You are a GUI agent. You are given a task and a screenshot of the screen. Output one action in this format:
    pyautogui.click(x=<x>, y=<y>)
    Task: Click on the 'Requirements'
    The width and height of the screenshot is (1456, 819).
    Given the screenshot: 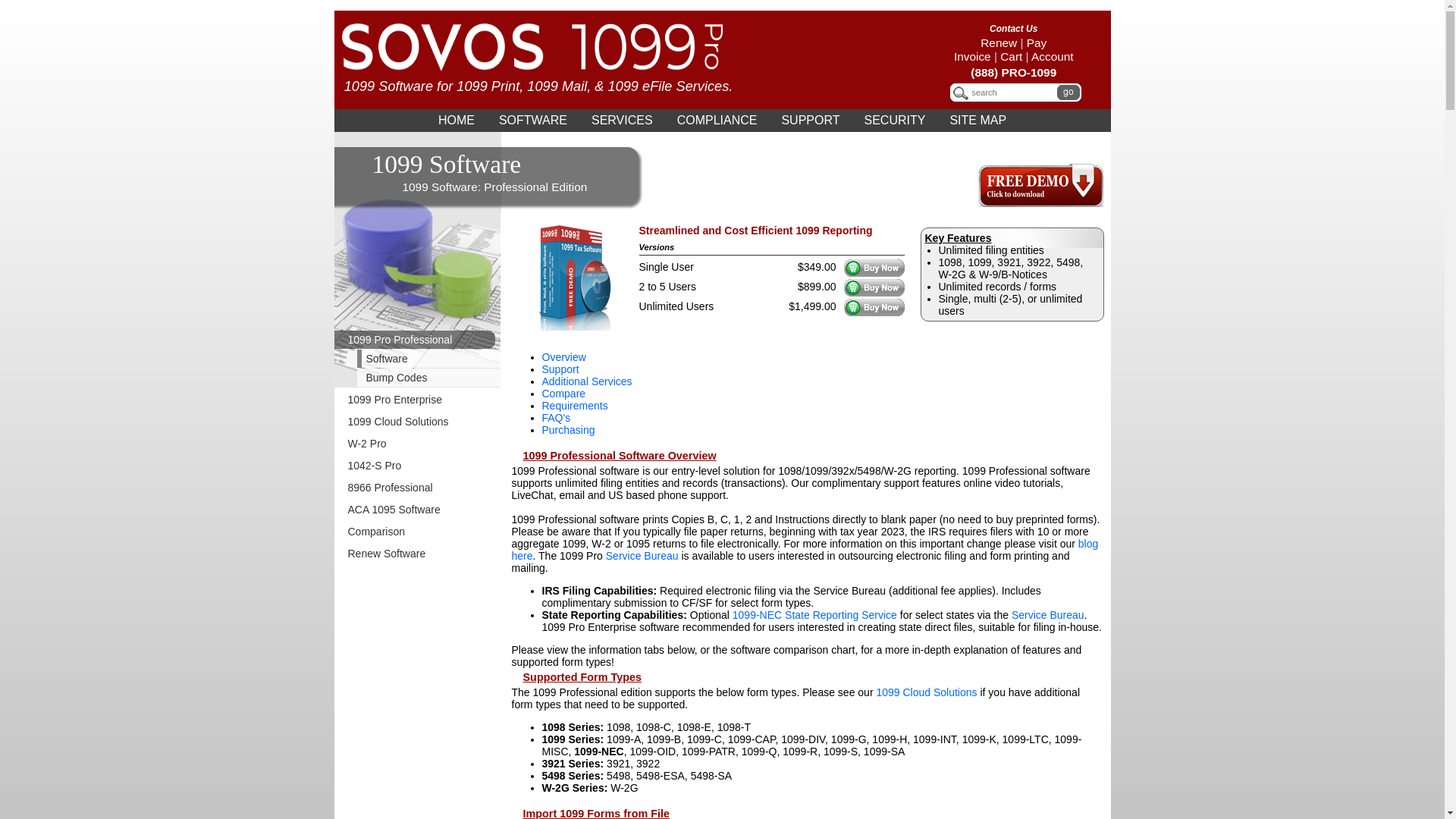 What is the action you would take?
    pyautogui.click(x=573, y=405)
    